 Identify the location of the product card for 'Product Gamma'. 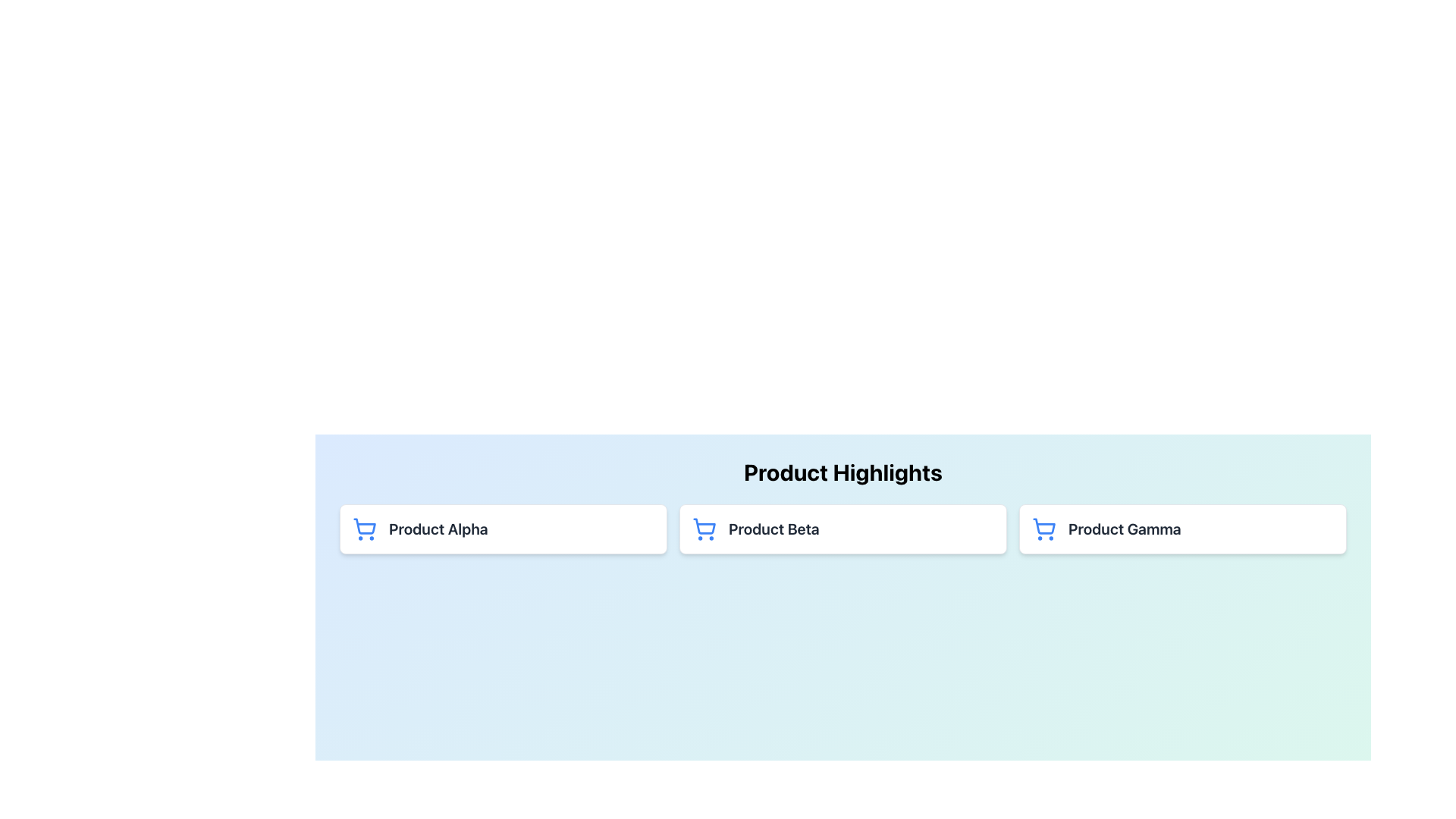
(1182, 529).